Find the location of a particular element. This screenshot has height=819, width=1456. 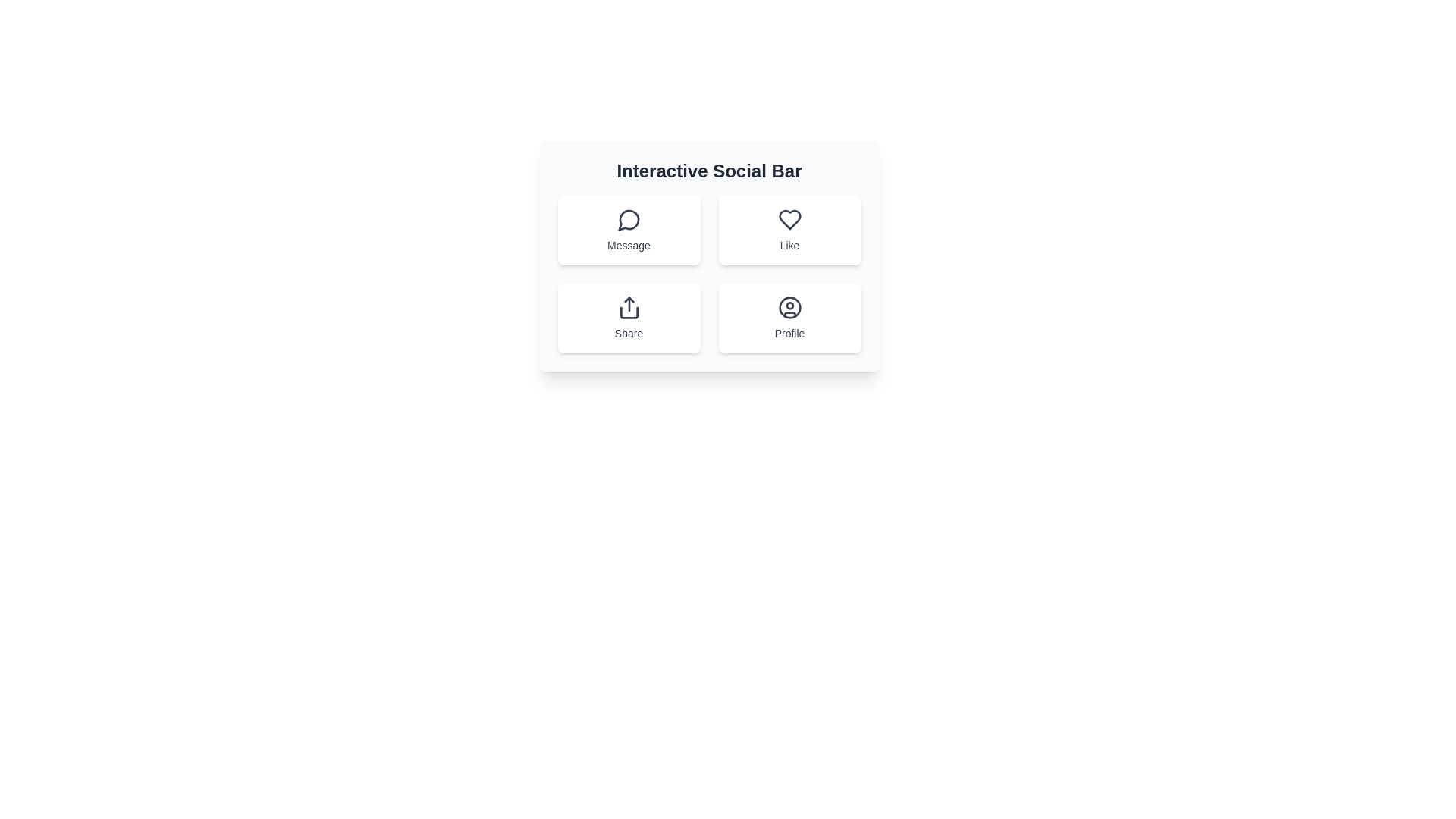

the 'Share' text label located in the lower section of a card-like component beneath an upward arrow icon in the lower-left position of the grid under the header 'Interactive Social Bar' is located at coordinates (629, 332).